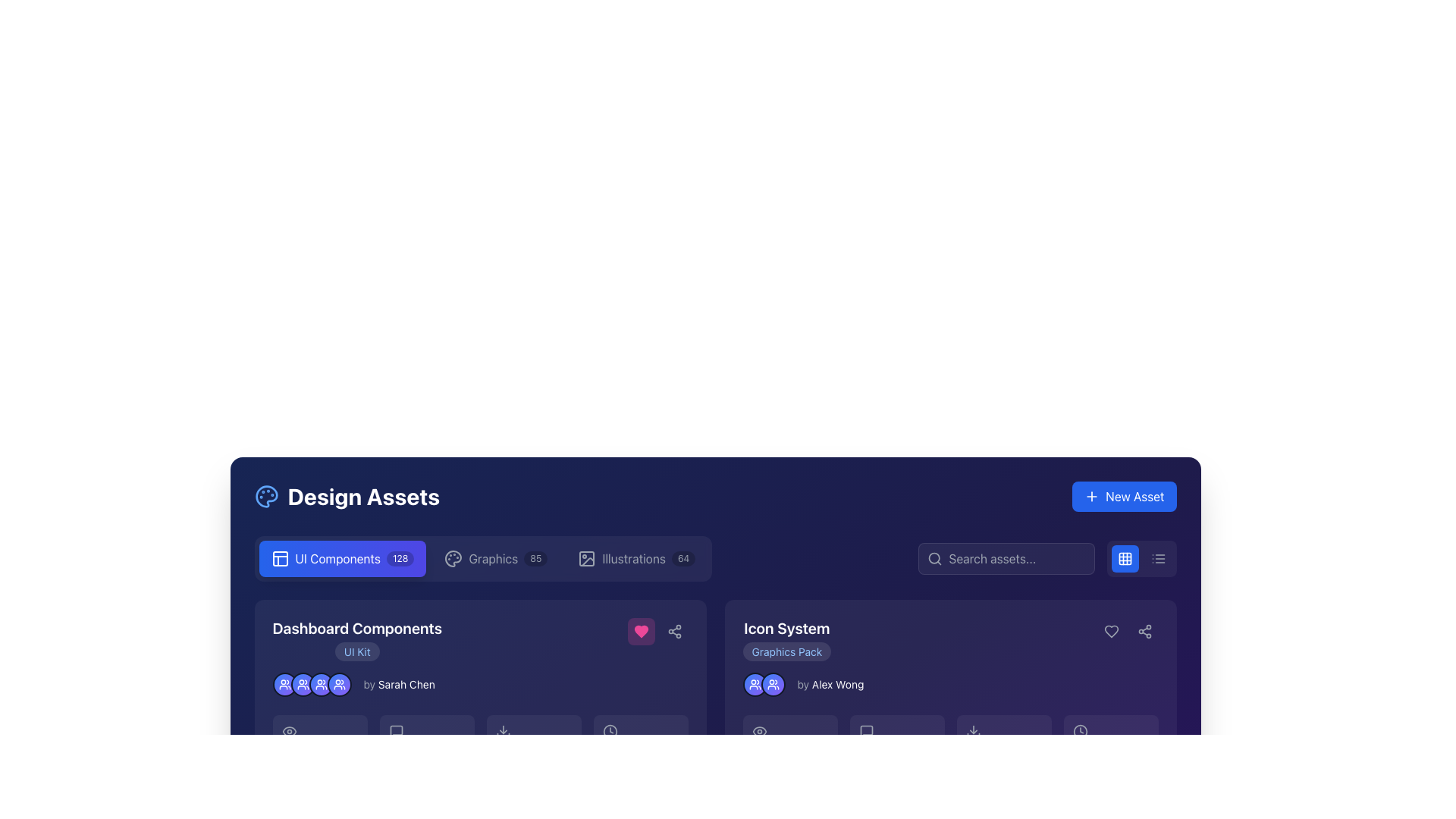 This screenshot has width=1456, height=819. Describe the element at coordinates (586, 558) in the screenshot. I see `the small icon resembling an image frame with a circular detail and a diagonal line, located to the far left of the 'Illustrations 64' menu item in the navigation bar` at that location.